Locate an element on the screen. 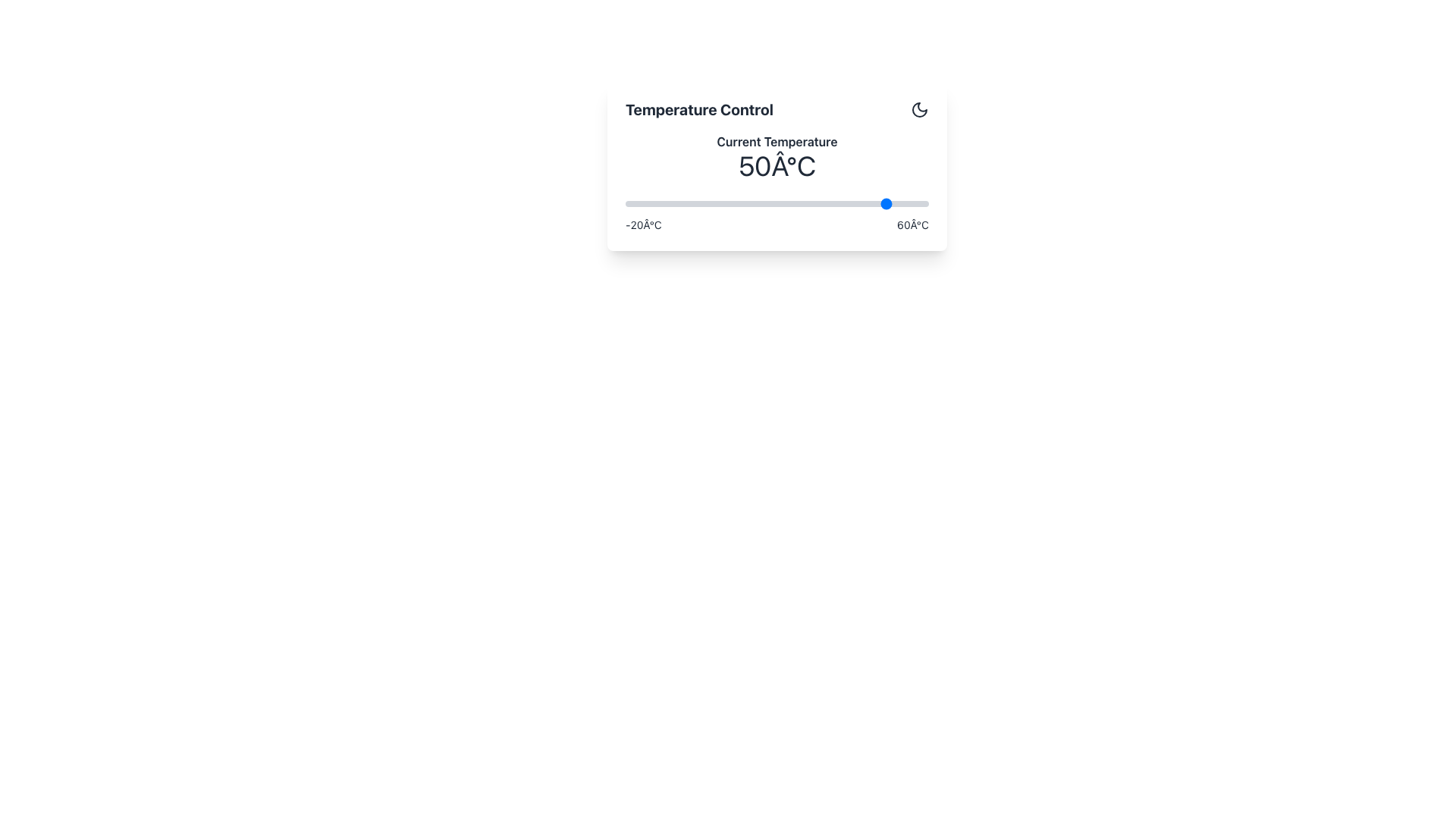 Image resolution: width=1456 pixels, height=819 pixels. the moon-shaped dark blue icon located in the top-right corner of the 'Temperature Control' card is located at coordinates (919, 109).